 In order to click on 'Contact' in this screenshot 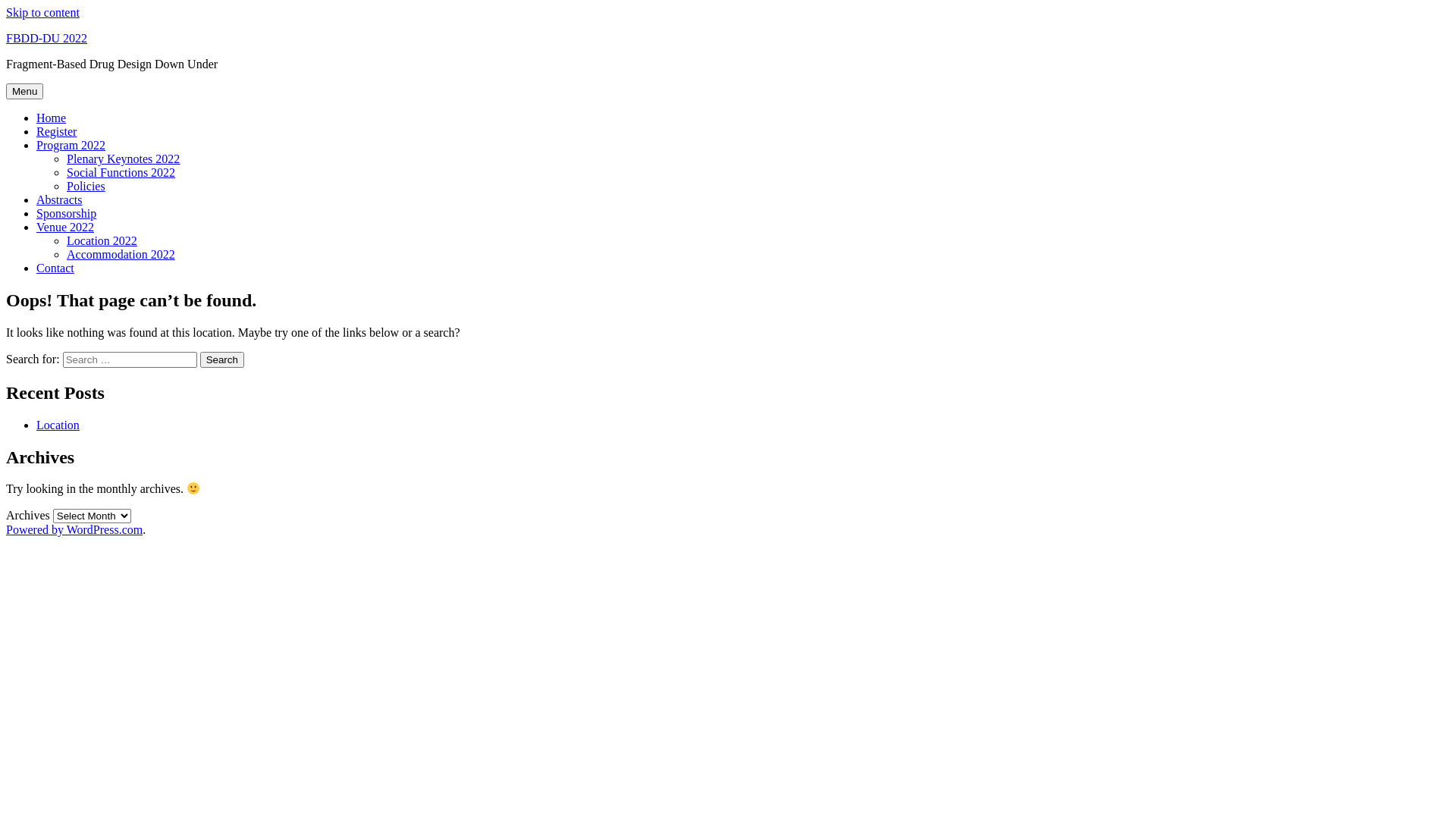, I will do `click(36, 267)`.